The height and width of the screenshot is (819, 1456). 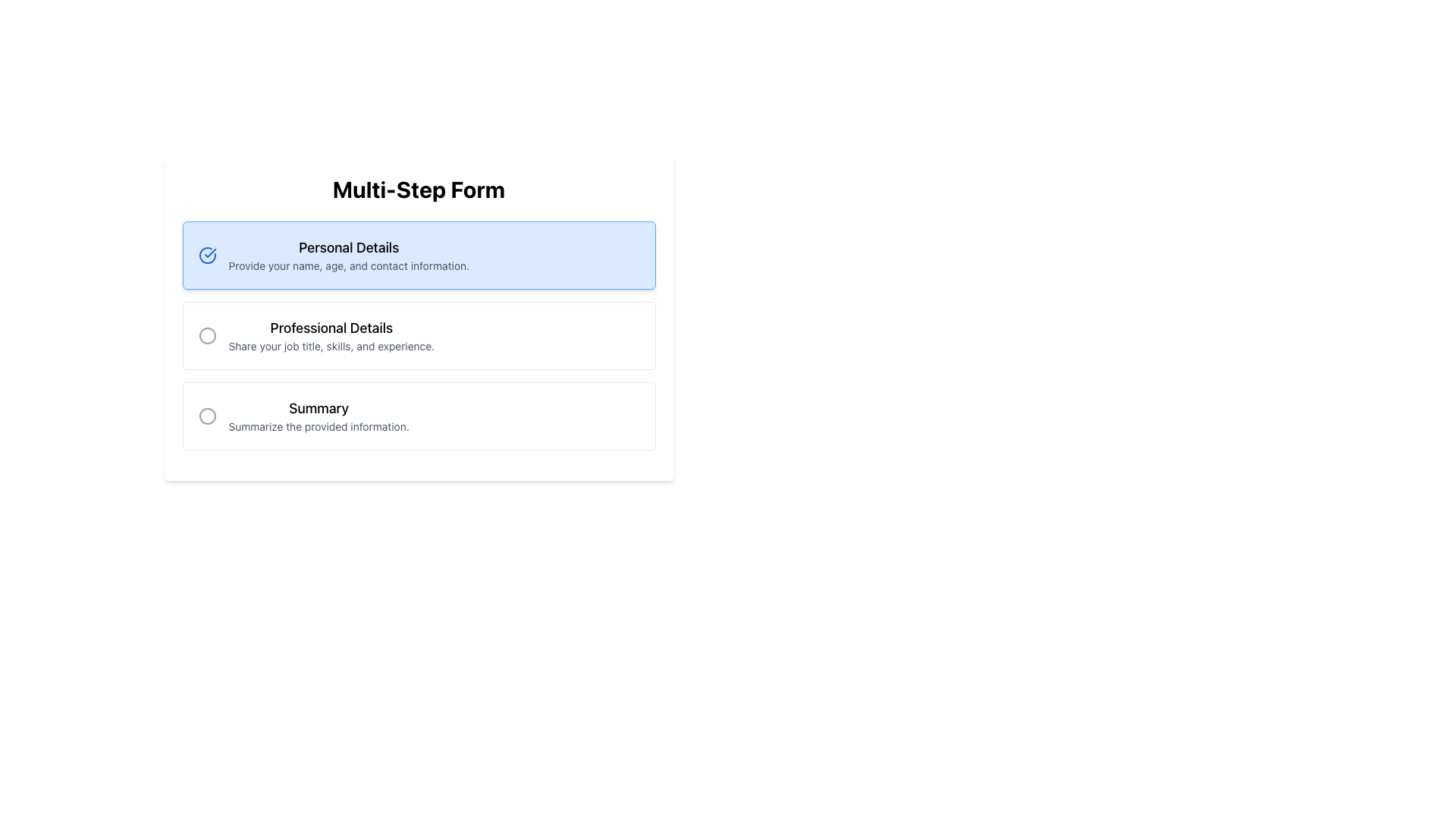 What do you see at coordinates (419, 254) in the screenshot?
I see `the first selectable item in the form interface that allows users to provide personal details, preparing it for input` at bounding box center [419, 254].